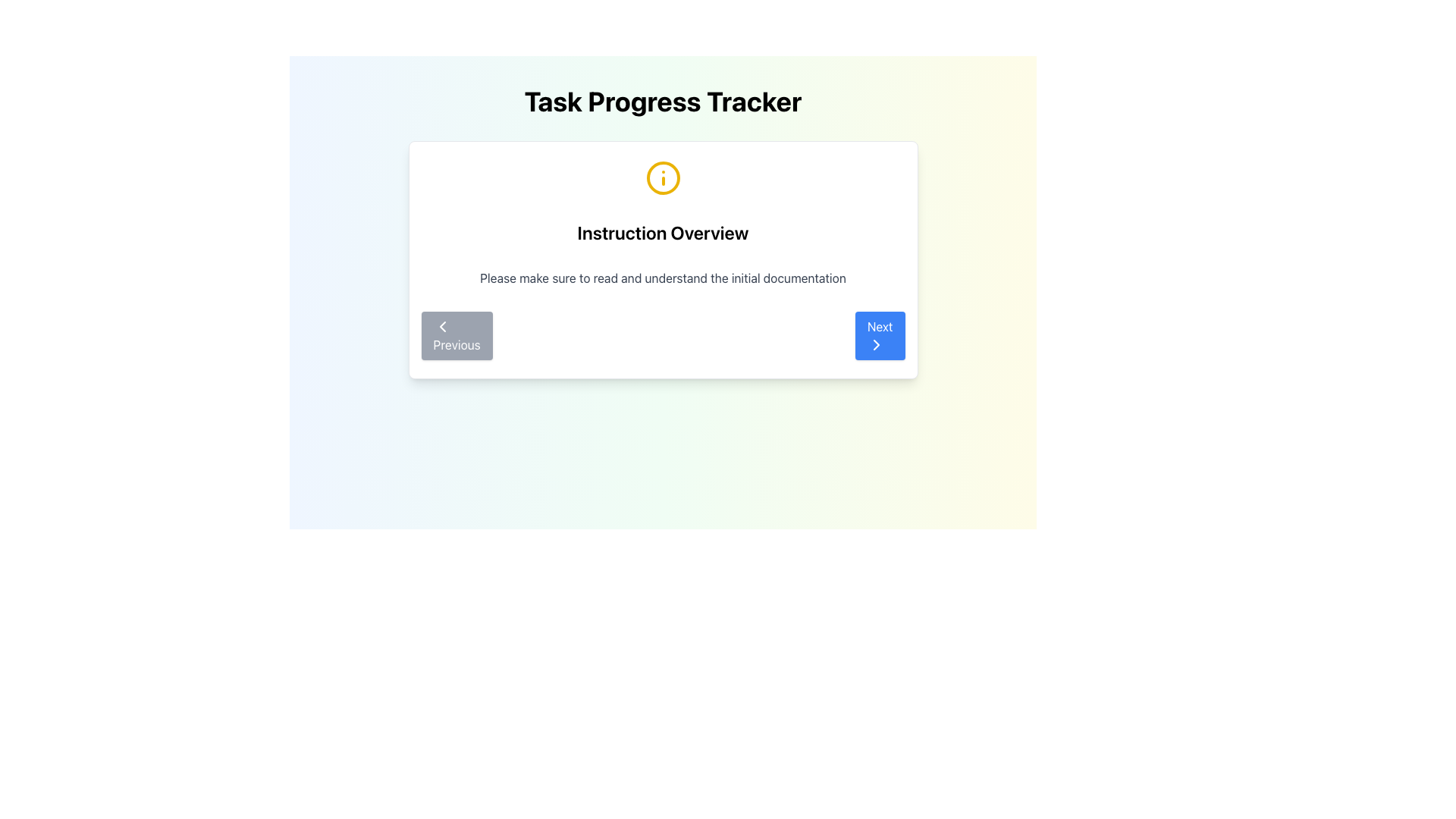 Image resolution: width=1456 pixels, height=819 pixels. I want to click on the decorative icon within the 'Next' button, which symbolizes forward navigation, located on the right side of the interface, so click(876, 345).